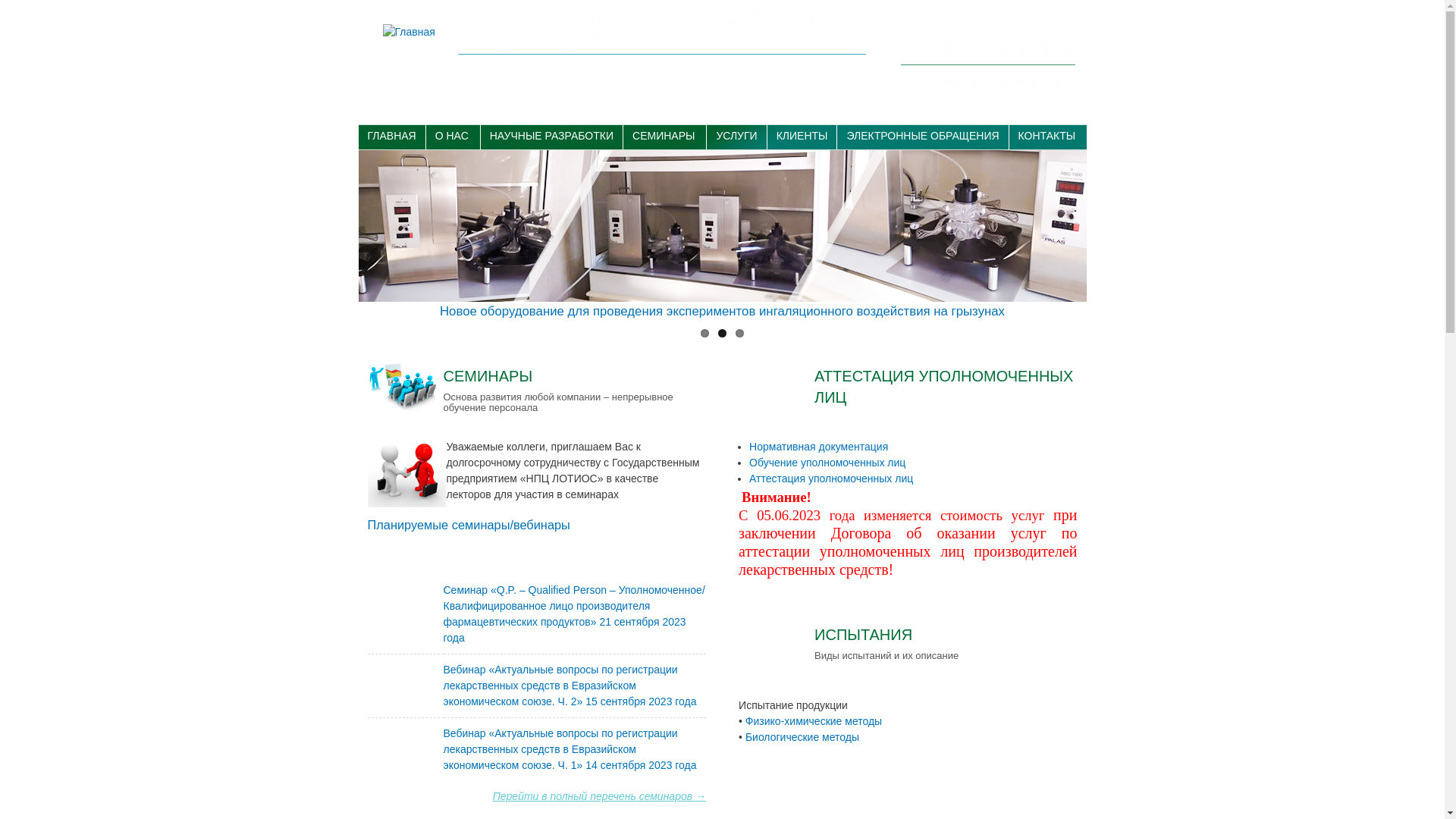 This screenshot has width=1456, height=819. Describe the element at coordinates (739, 332) in the screenshot. I see `'3'` at that location.